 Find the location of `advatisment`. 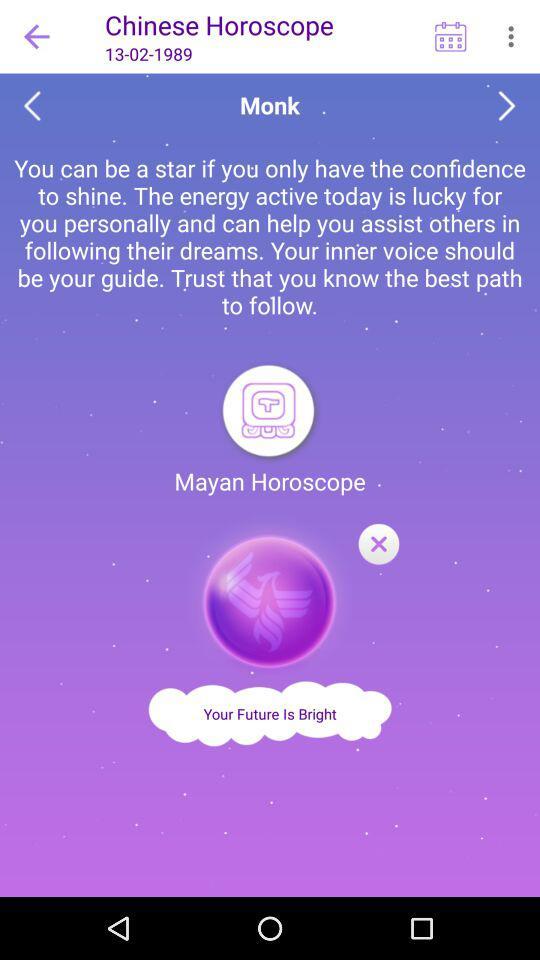

advatisment is located at coordinates (270, 595).